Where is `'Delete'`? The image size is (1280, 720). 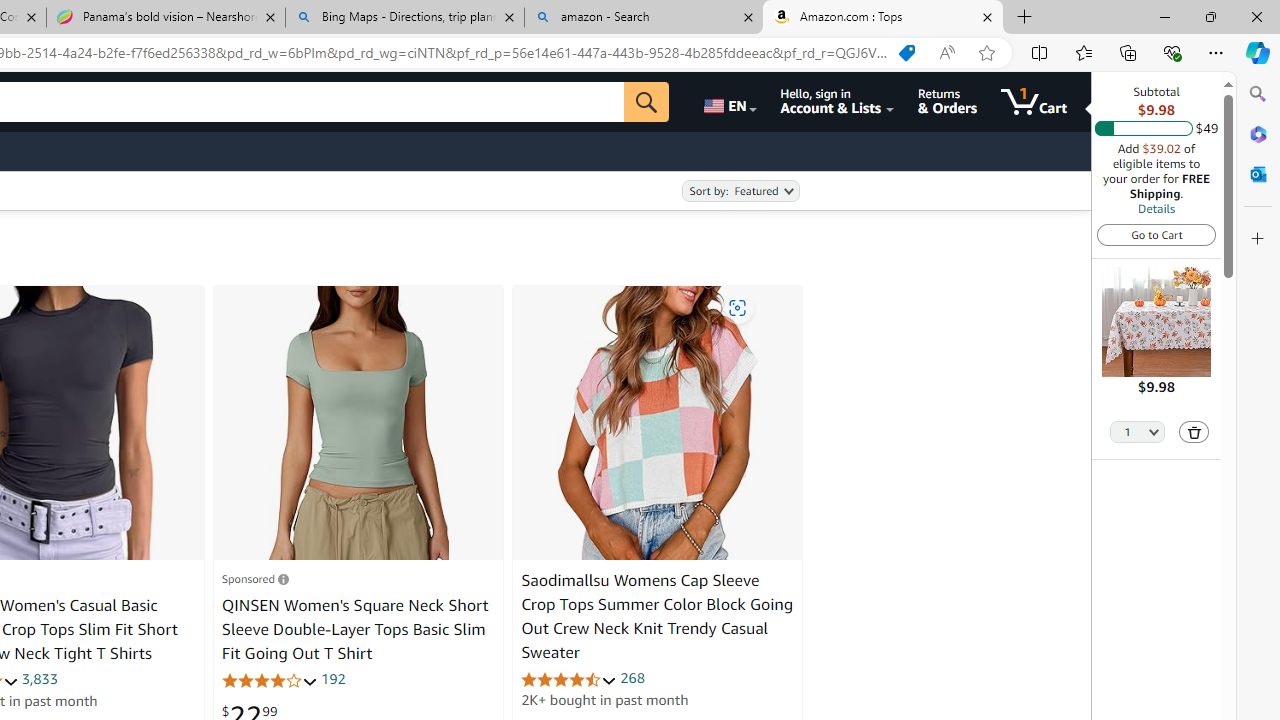
'Delete' is located at coordinates (1194, 430).